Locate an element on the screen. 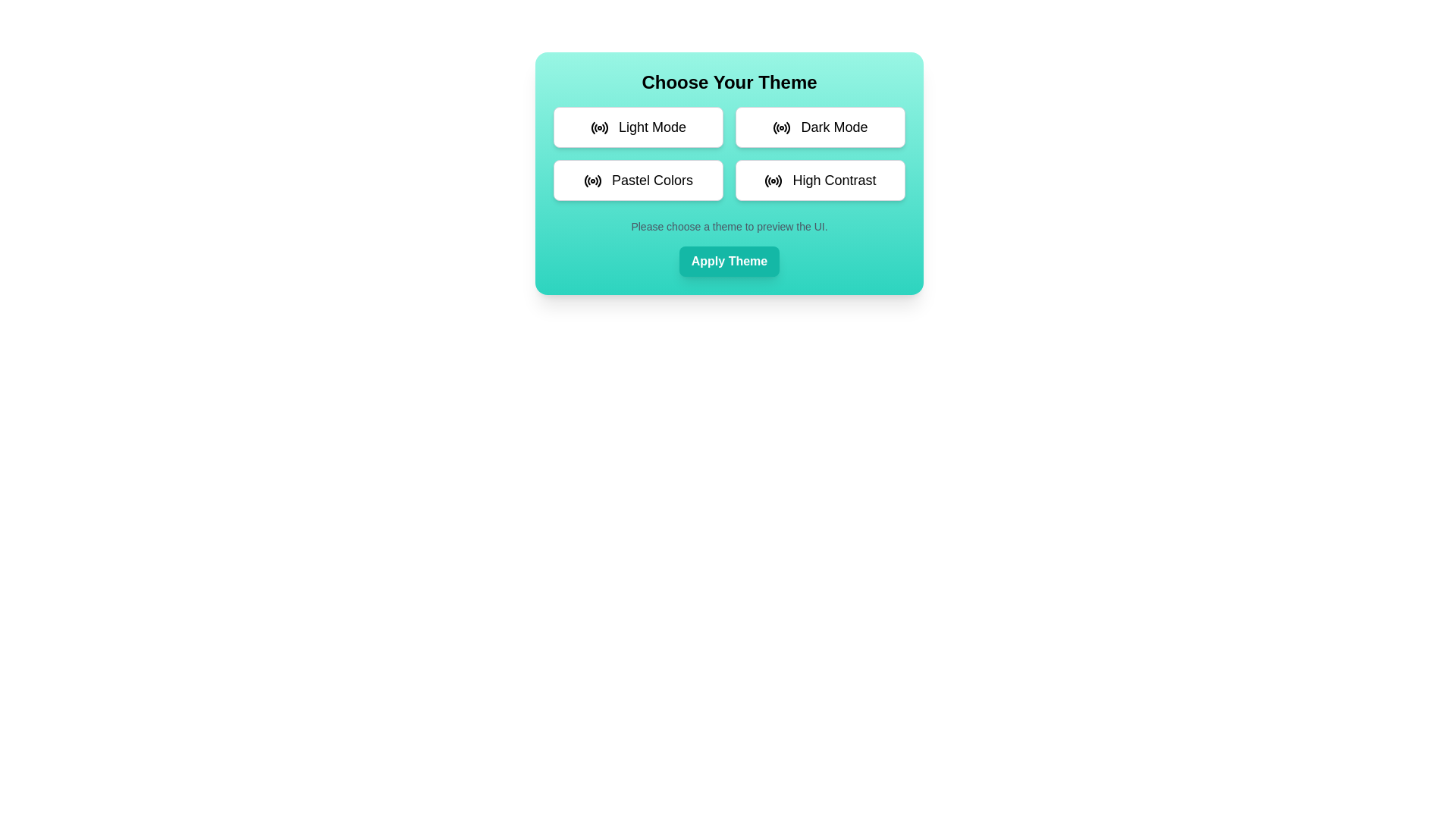 The width and height of the screenshot is (1456, 819). the 'Apply Theme' button located below the theme options in the centered panel is located at coordinates (729, 260).